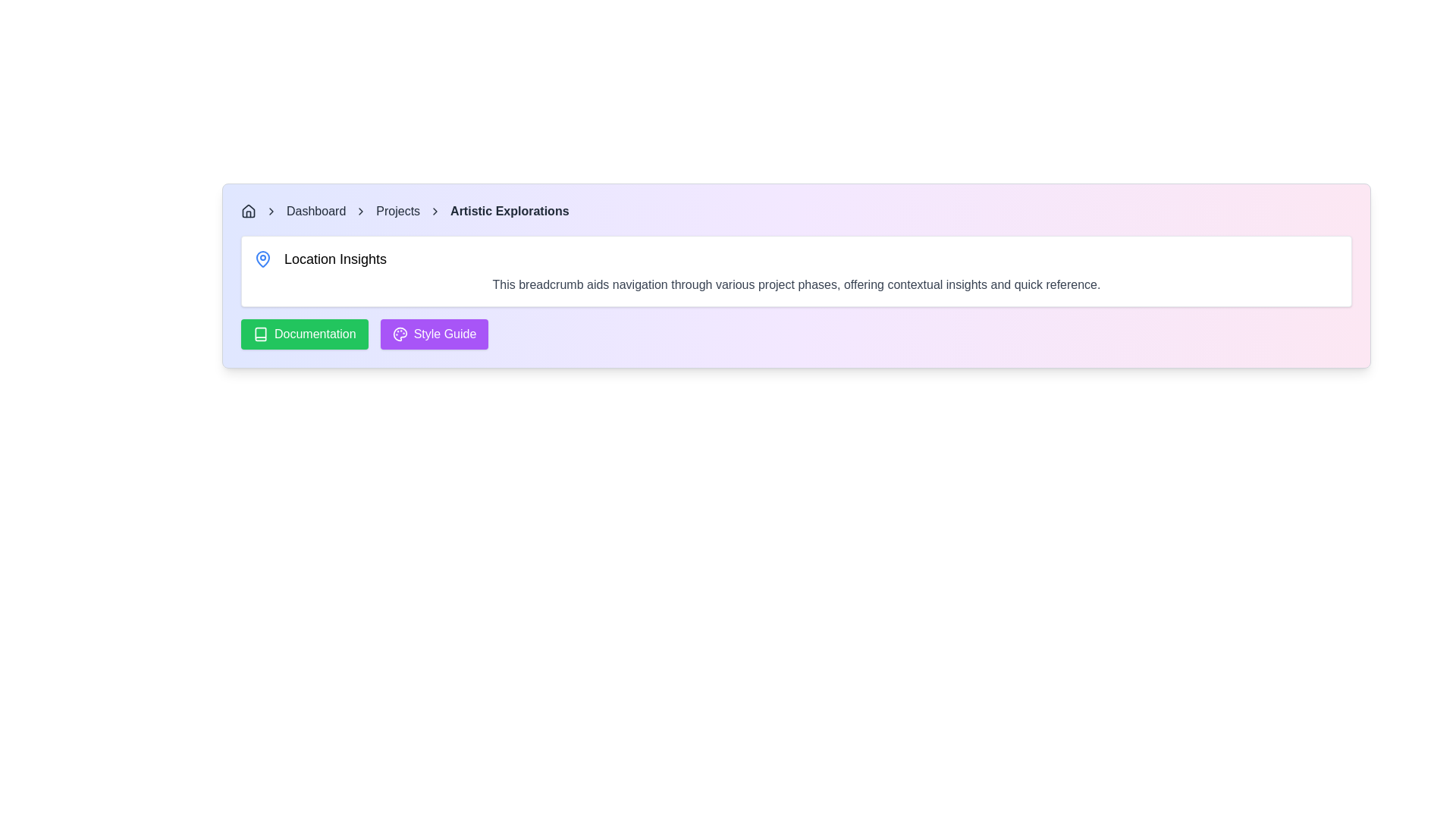 The height and width of the screenshot is (819, 1456). What do you see at coordinates (400, 333) in the screenshot?
I see `the decorative 'Style Guide' icon located on the left side of the 'Style Guide' button in the navigation bar at the bottom of the section` at bounding box center [400, 333].